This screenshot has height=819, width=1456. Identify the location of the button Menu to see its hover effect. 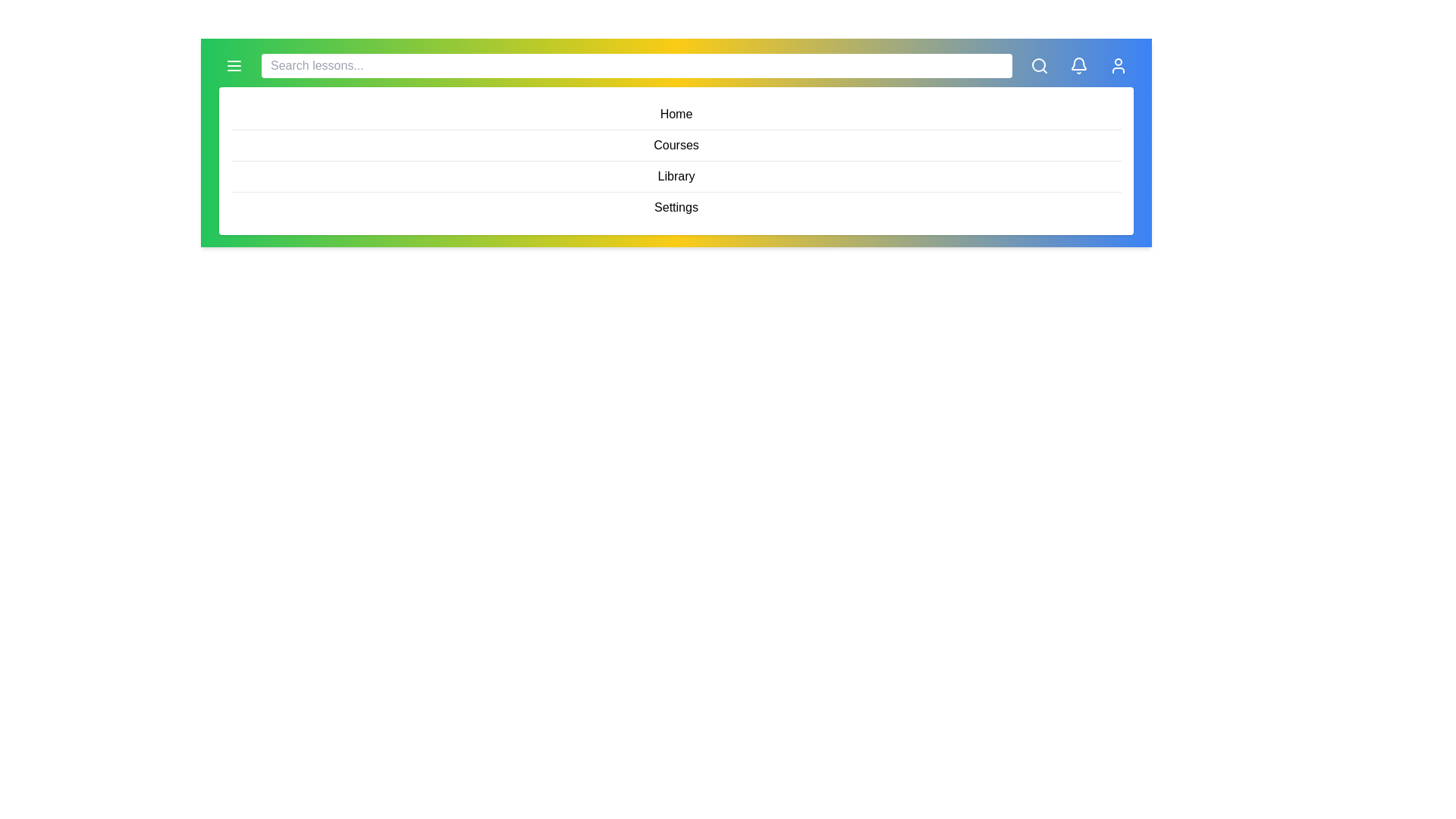
(233, 65).